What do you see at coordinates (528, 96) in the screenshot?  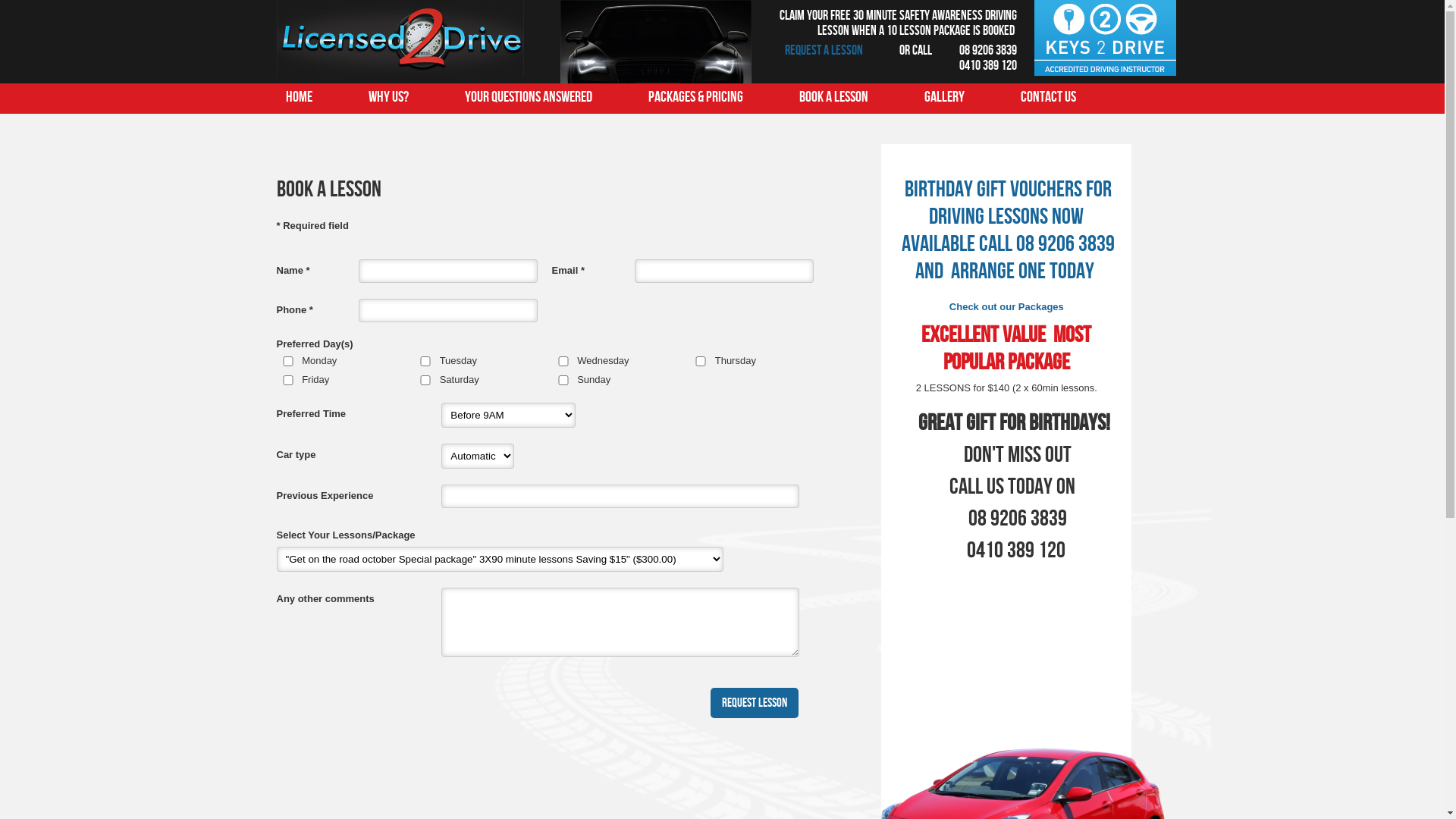 I see `'Your questions answered'` at bounding box center [528, 96].